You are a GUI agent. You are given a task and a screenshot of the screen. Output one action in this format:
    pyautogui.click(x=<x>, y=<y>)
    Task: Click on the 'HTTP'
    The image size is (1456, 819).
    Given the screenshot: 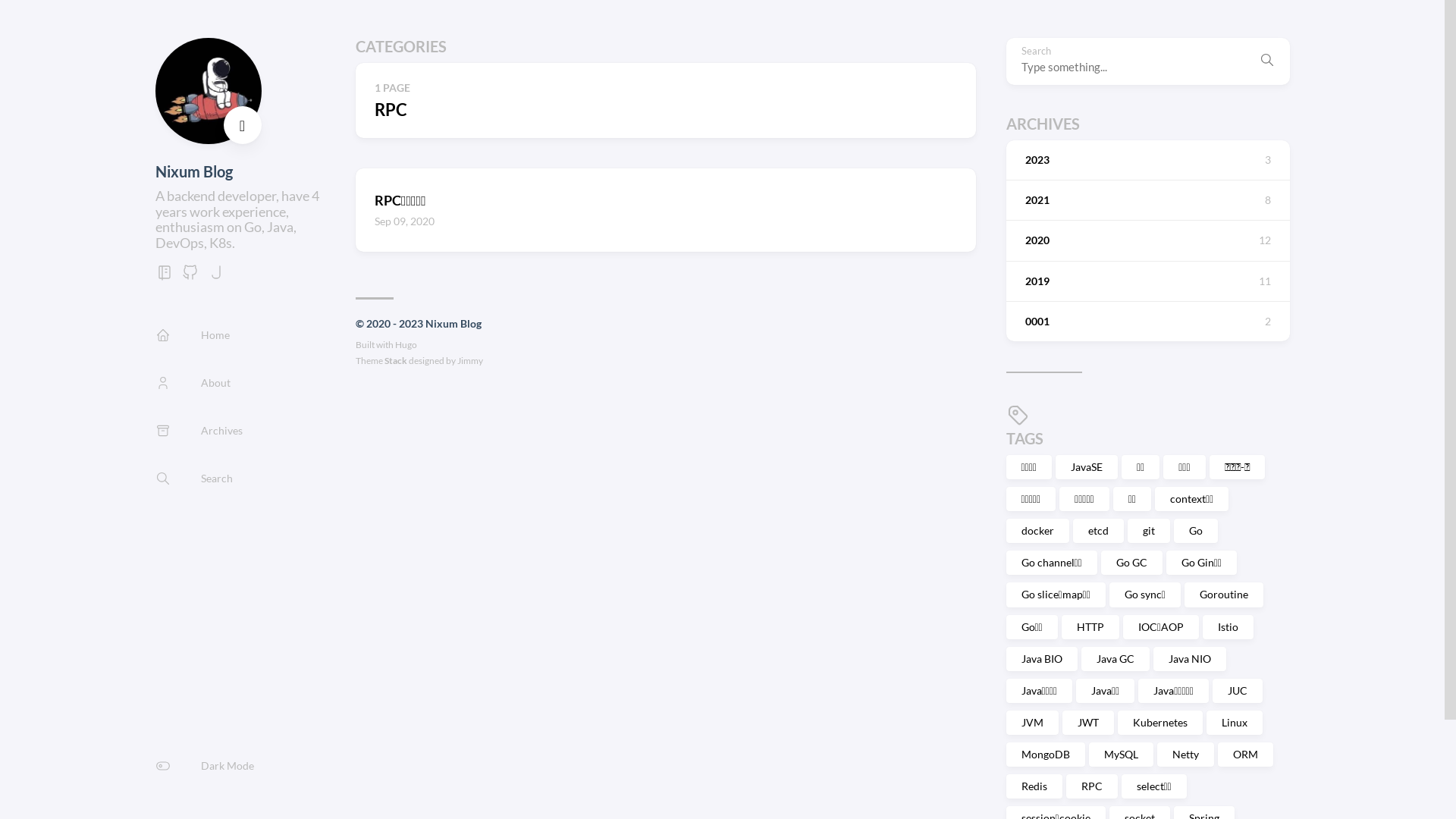 What is the action you would take?
    pyautogui.click(x=1090, y=626)
    